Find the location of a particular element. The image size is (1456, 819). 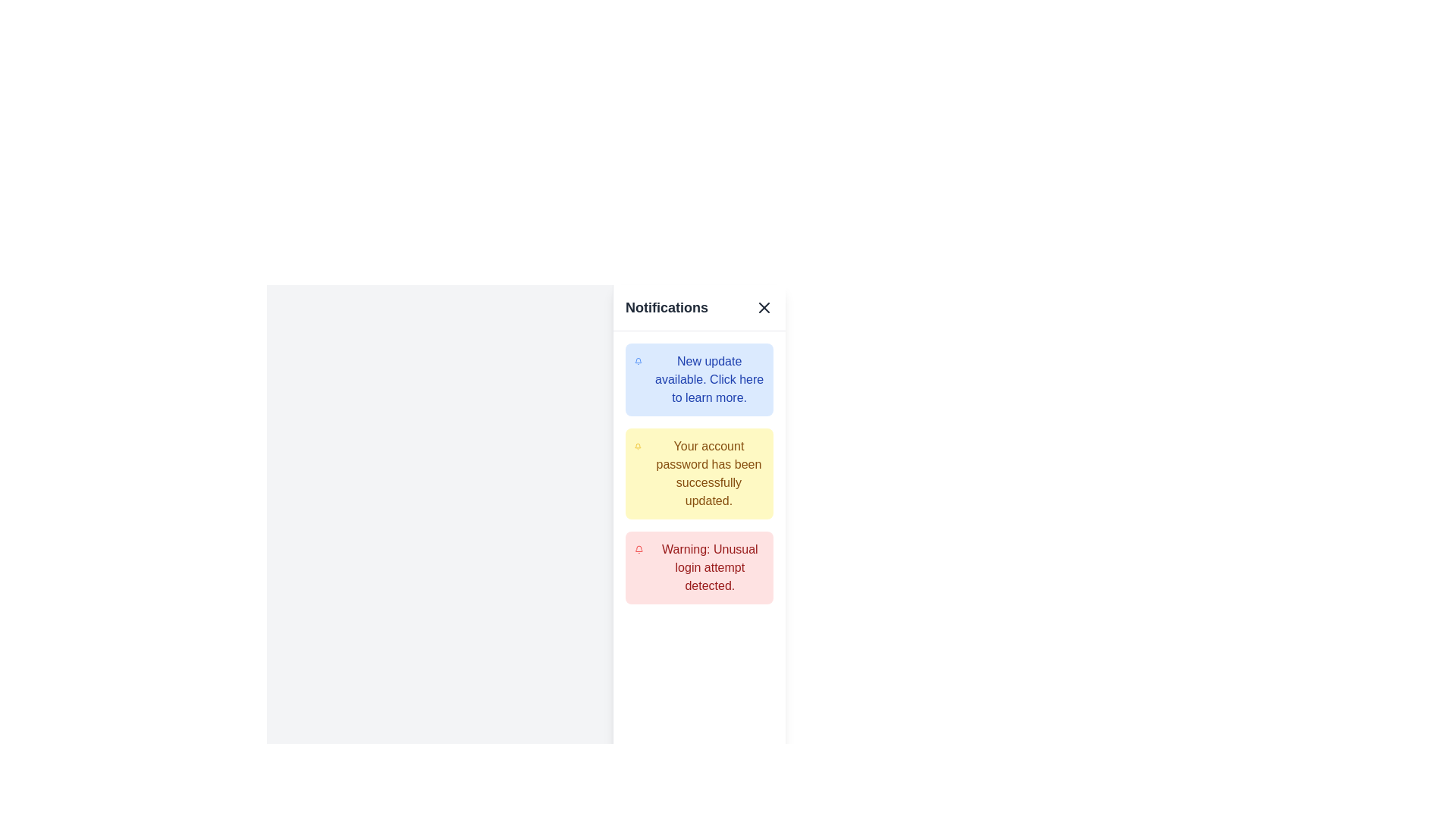

the first notification card component that displays an informational message to the user, located at the top of the vertical list of notifications is located at coordinates (698, 379).